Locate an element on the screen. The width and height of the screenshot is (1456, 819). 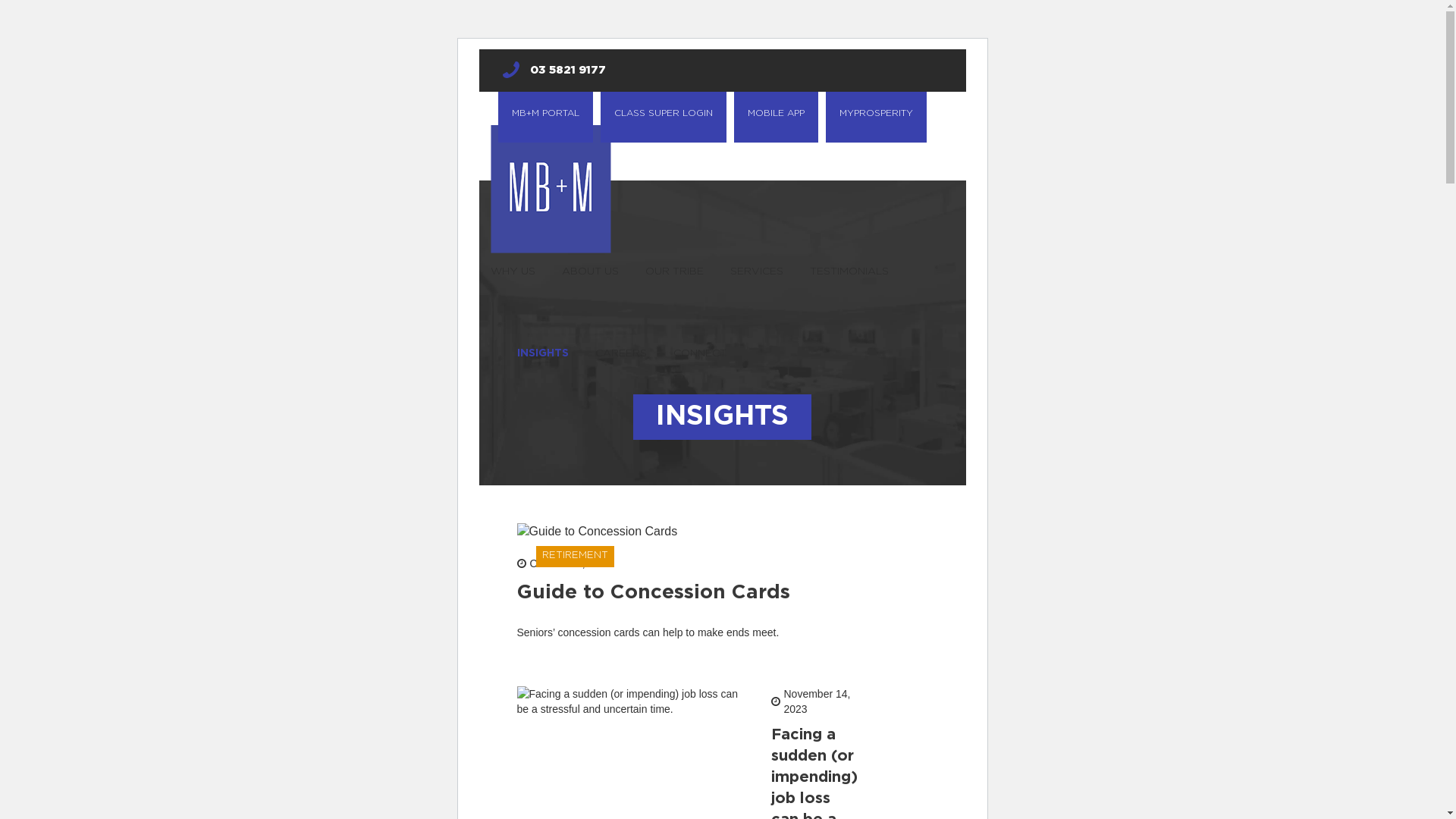
'TESTIMONIALS' is located at coordinates (848, 271).